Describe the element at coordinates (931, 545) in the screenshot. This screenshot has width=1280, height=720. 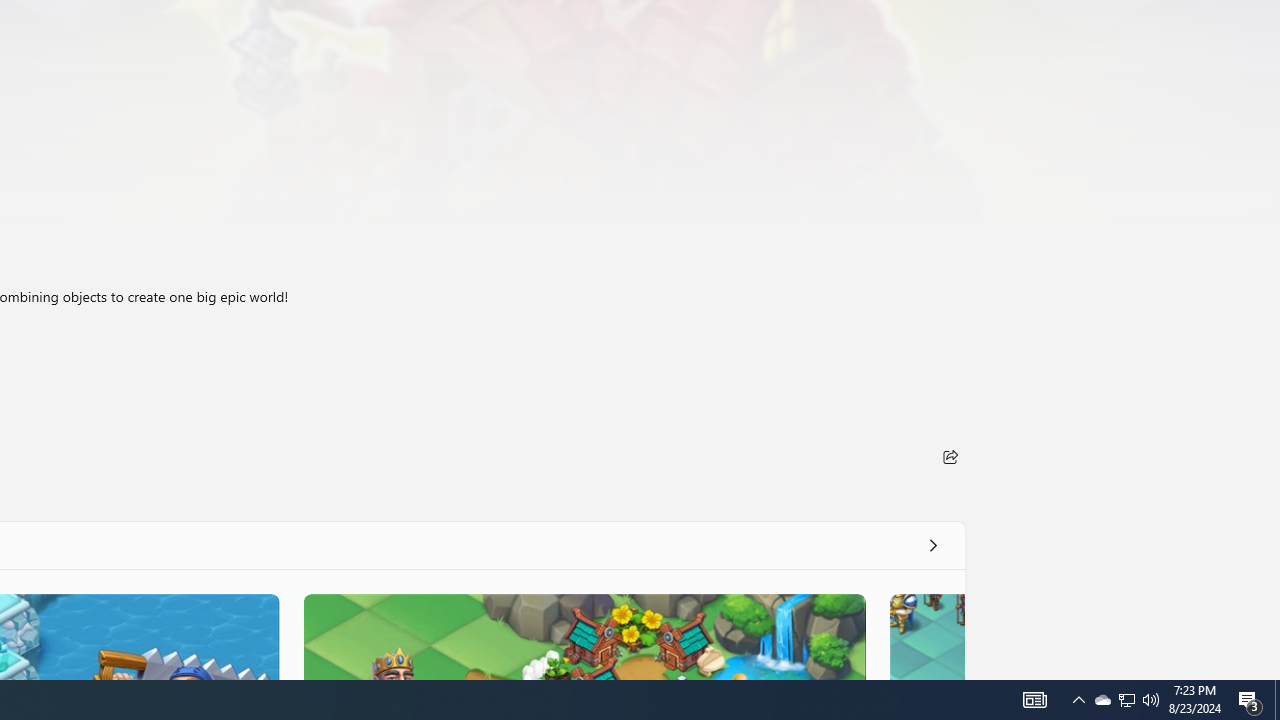
I see `'See all'` at that location.